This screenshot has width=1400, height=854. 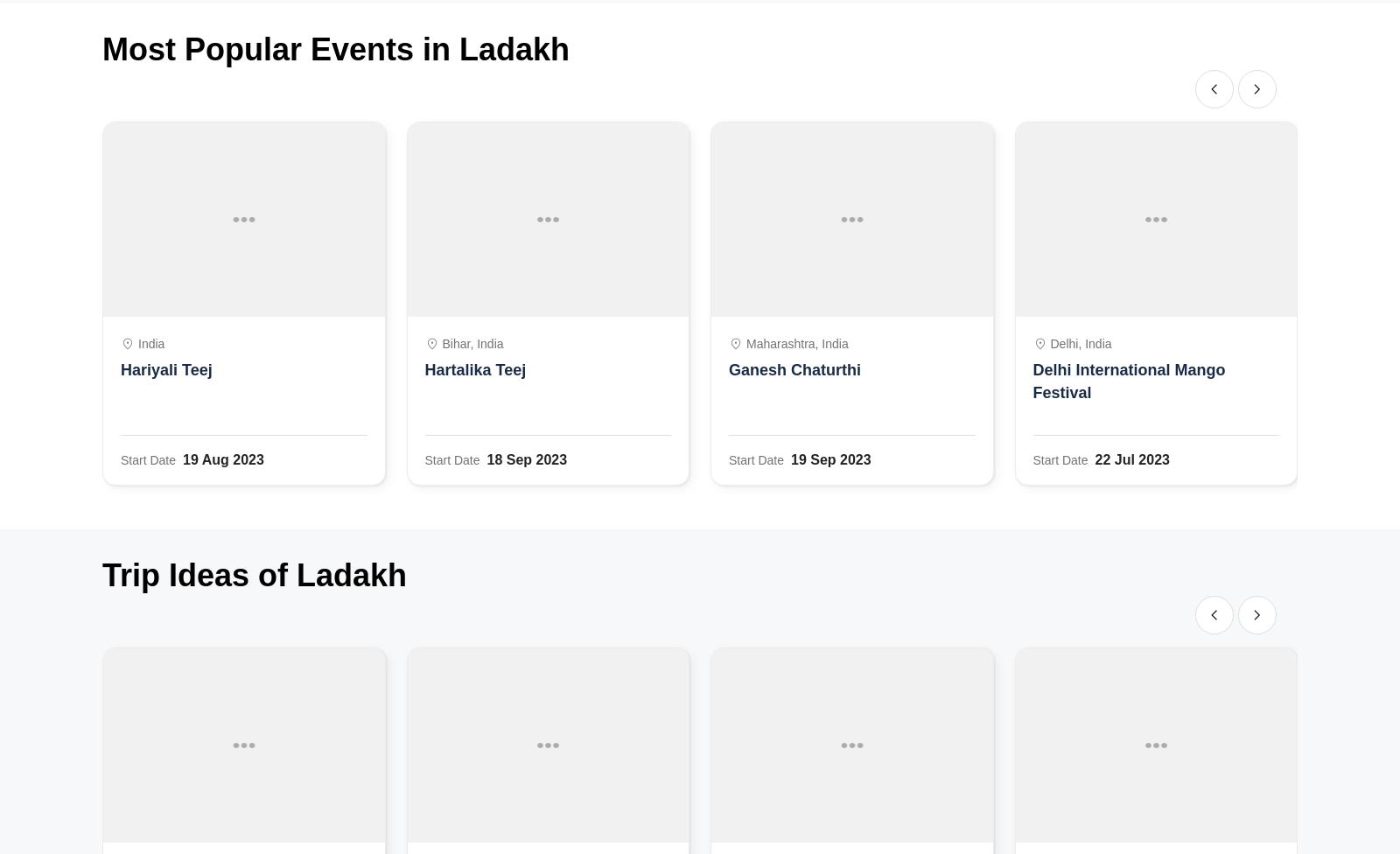 What do you see at coordinates (1130, 459) in the screenshot?
I see `'22 Jul 2023'` at bounding box center [1130, 459].